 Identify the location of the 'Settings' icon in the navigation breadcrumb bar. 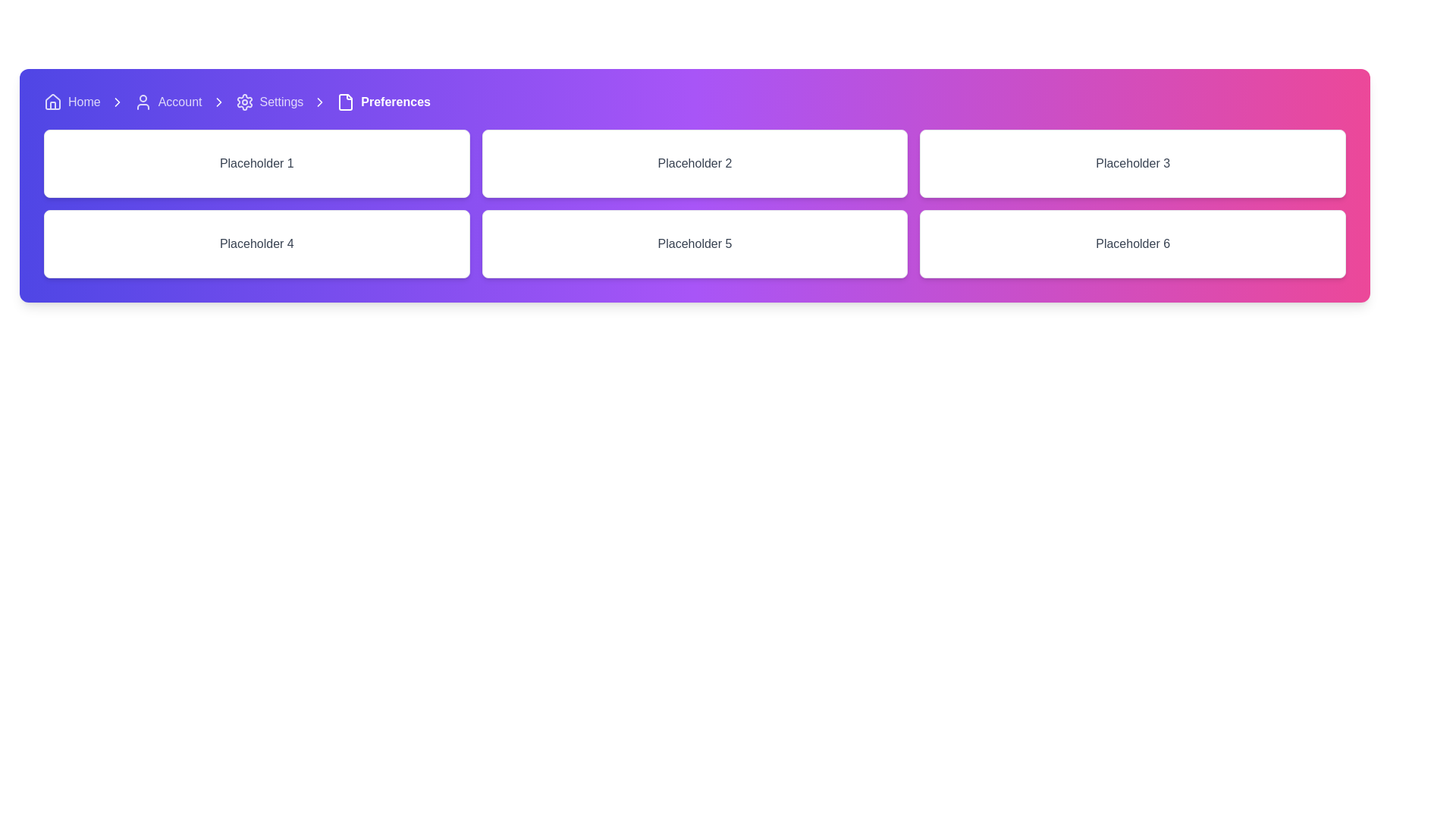
(244, 102).